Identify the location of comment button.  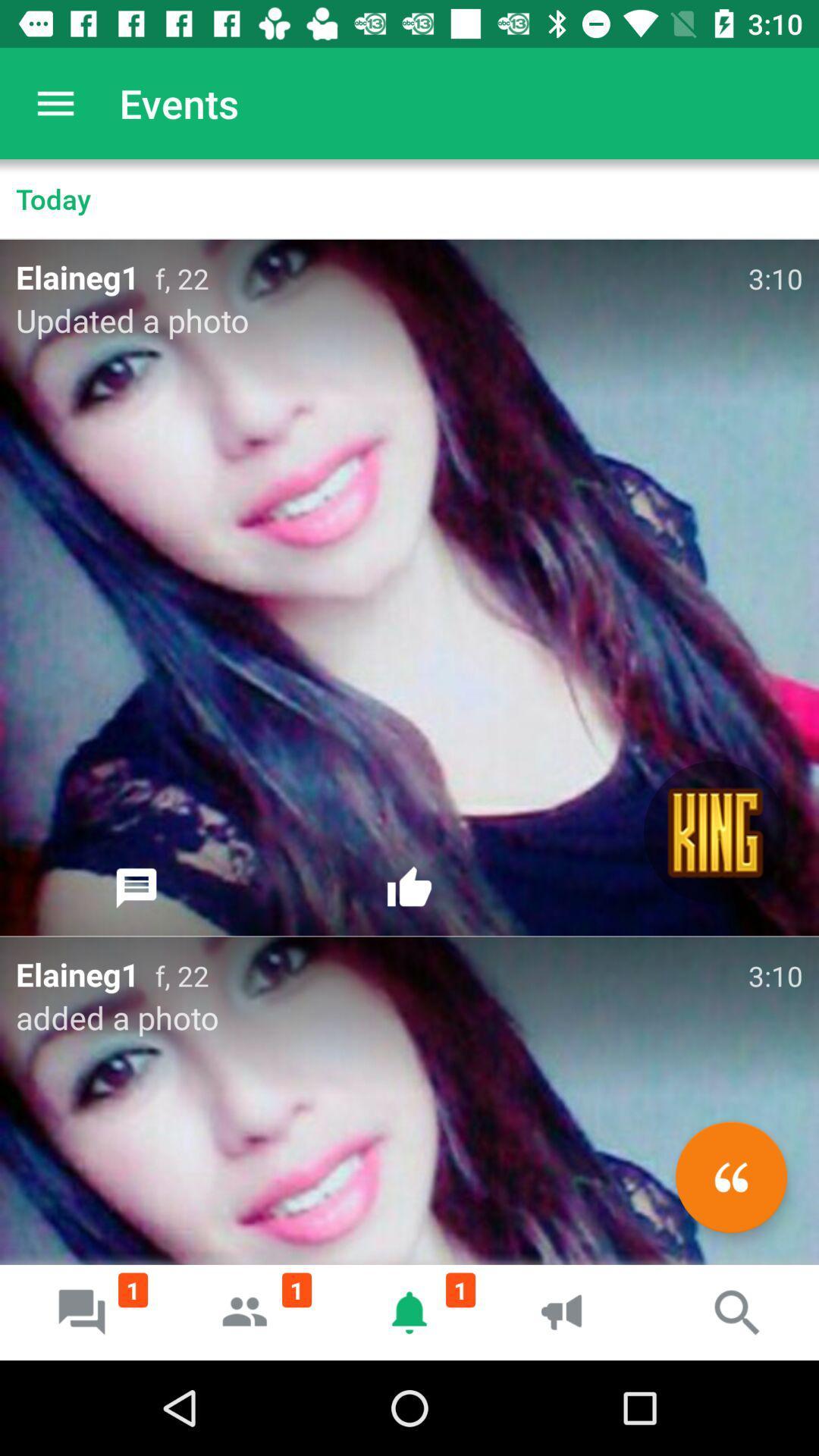
(136, 888).